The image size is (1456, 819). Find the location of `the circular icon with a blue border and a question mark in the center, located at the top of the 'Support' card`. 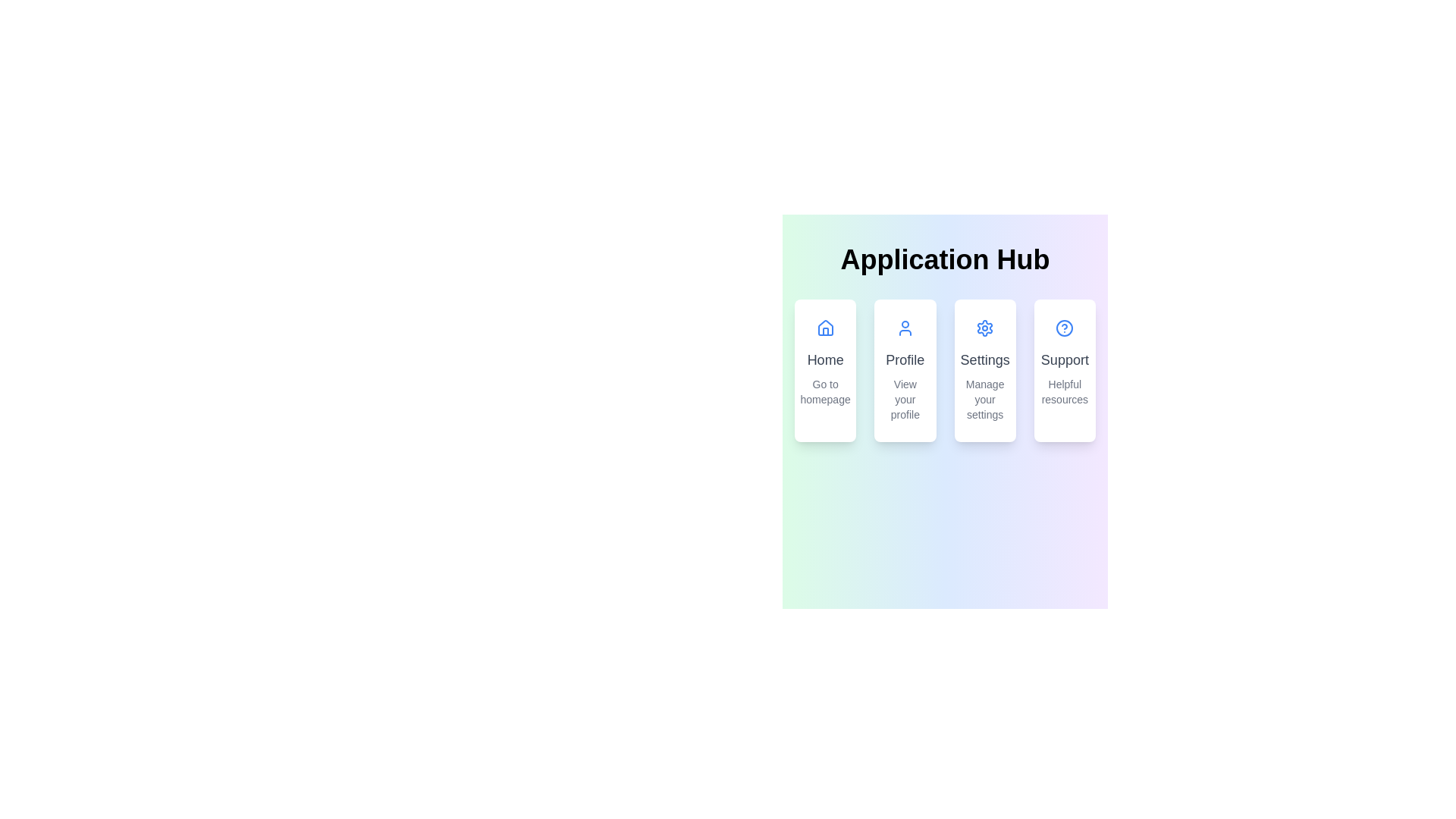

the circular icon with a blue border and a question mark in the center, located at the top of the 'Support' card is located at coordinates (1064, 327).